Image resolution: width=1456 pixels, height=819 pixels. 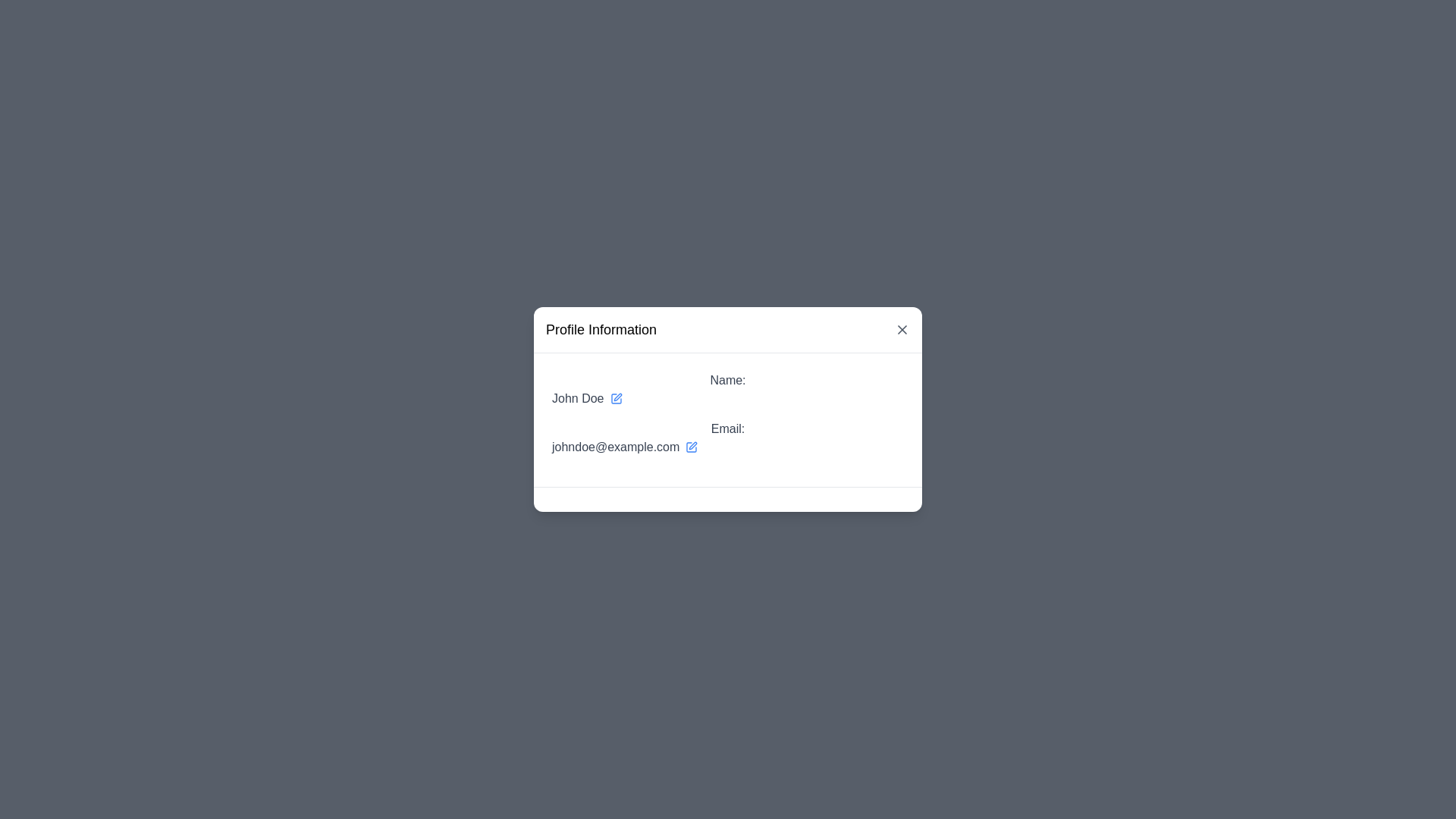 What do you see at coordinates (692, 444) in the screenshot?
I see `the editable email icon located near the bottom right of the dialog box, adjacent to the email address 'johndoe@example.com'` at bounding box center [692, 444].